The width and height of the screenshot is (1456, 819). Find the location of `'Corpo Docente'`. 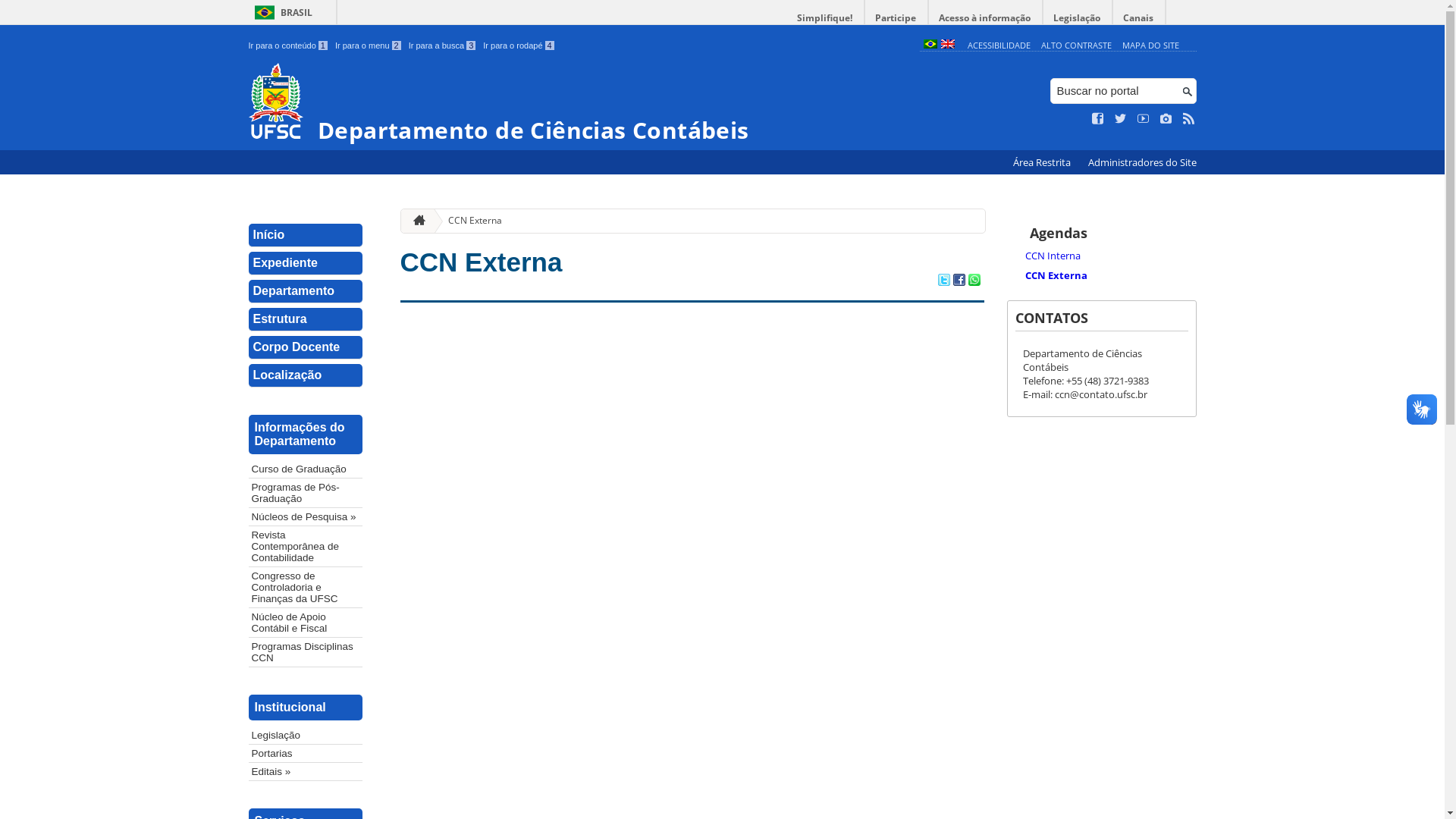

'Corpo Docente' is located at coordinates (248, 347).